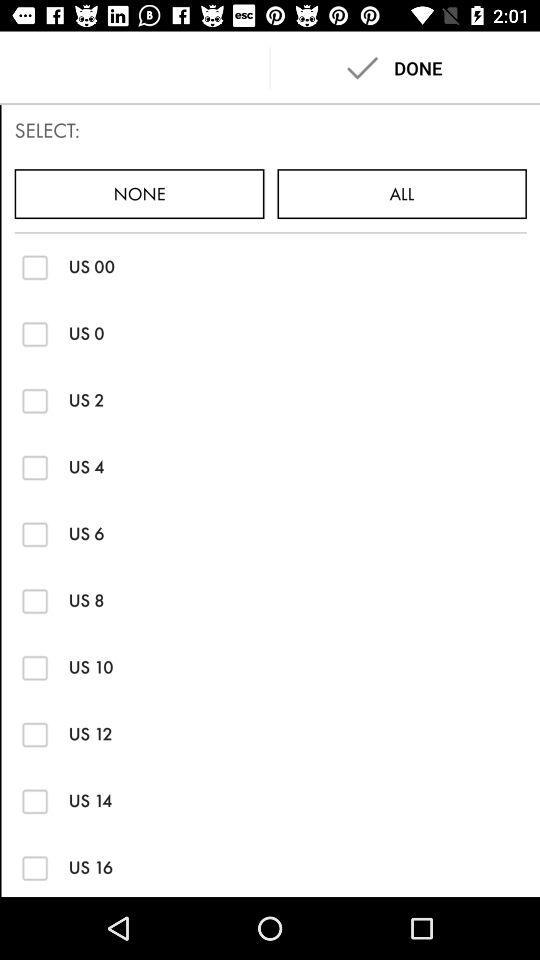 This screenshot has height=960, width=540. I want to click on check the box, so click(35, 533).